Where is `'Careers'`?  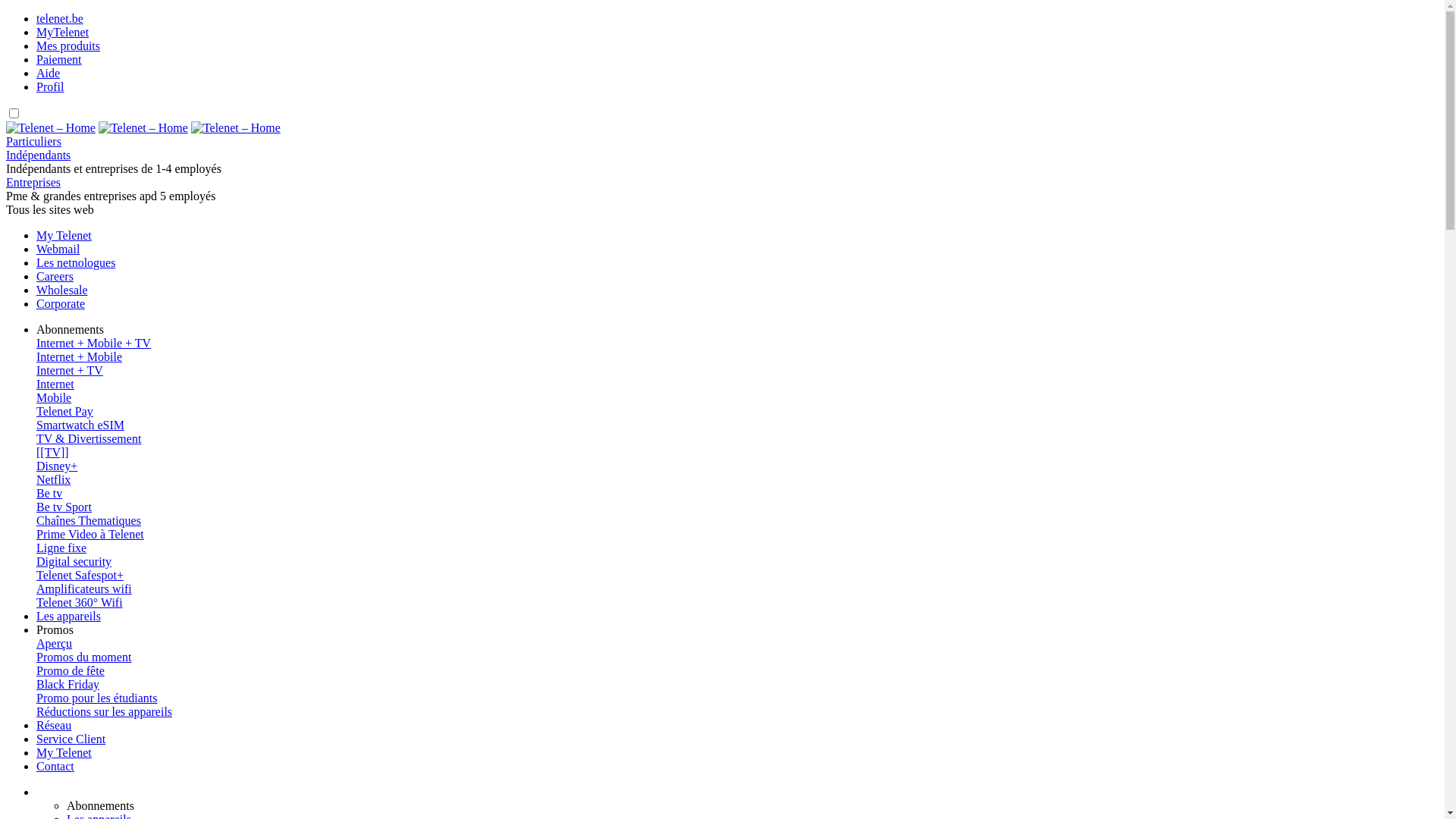 'Careers' is located at coordinates (36, 276).